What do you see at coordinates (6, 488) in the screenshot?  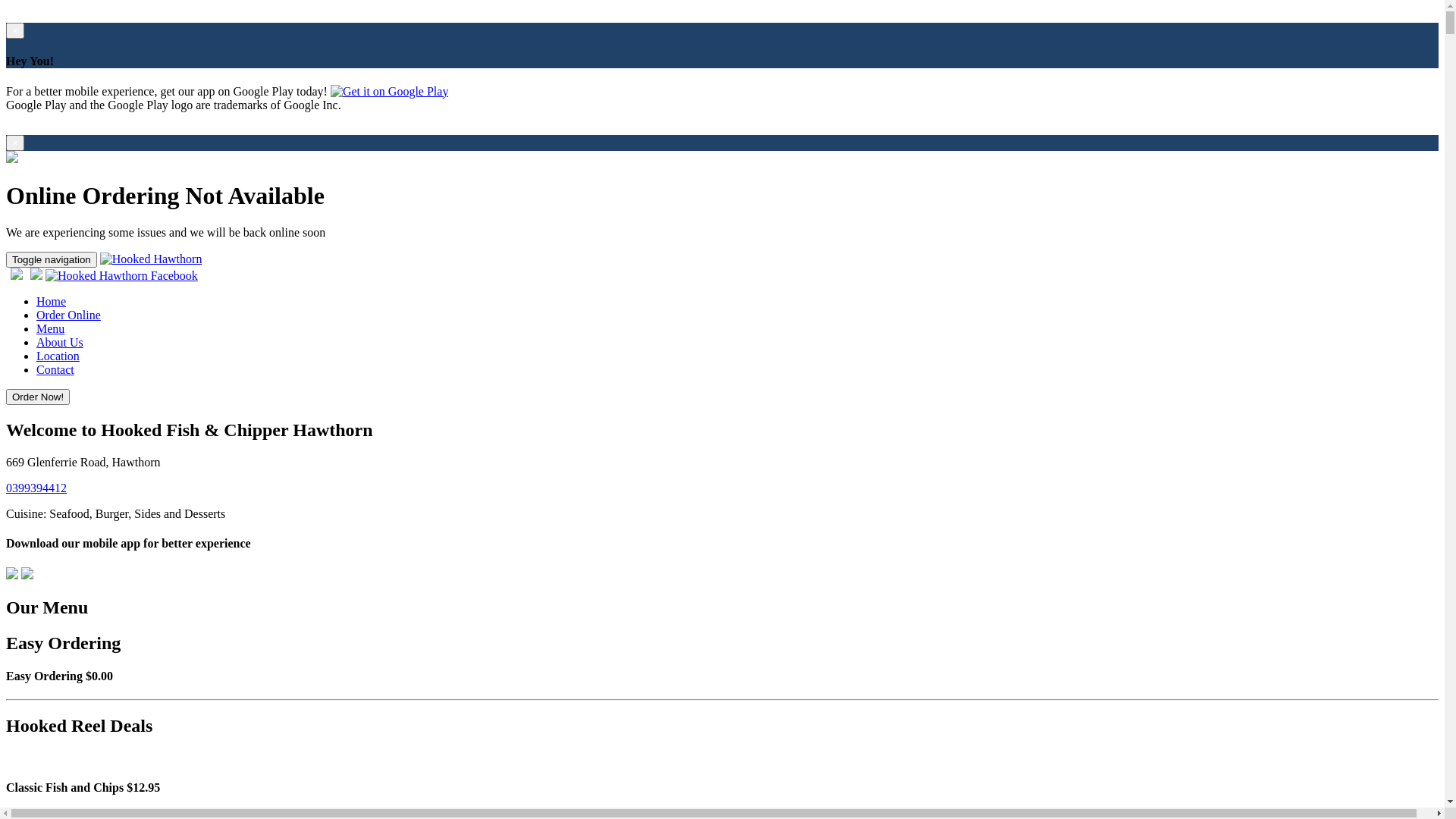 I see `'0399394412'` at bounding box center [6, 488].